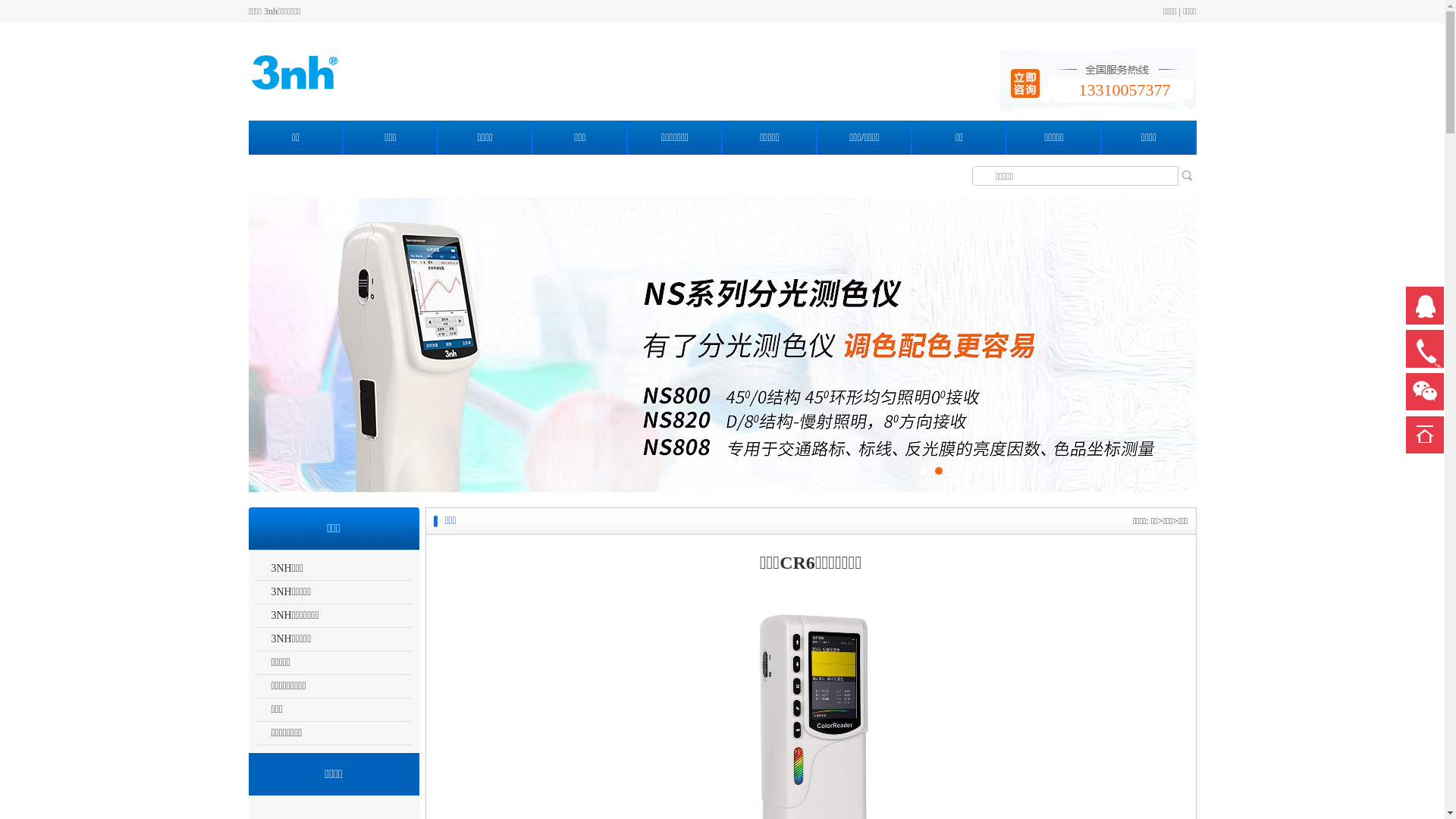 The height and width of the screenshot is (819, 1456). What do you see at coordinates (937, 470) in the screenshot?
I see `'2'` at bounding box center [937, 470].